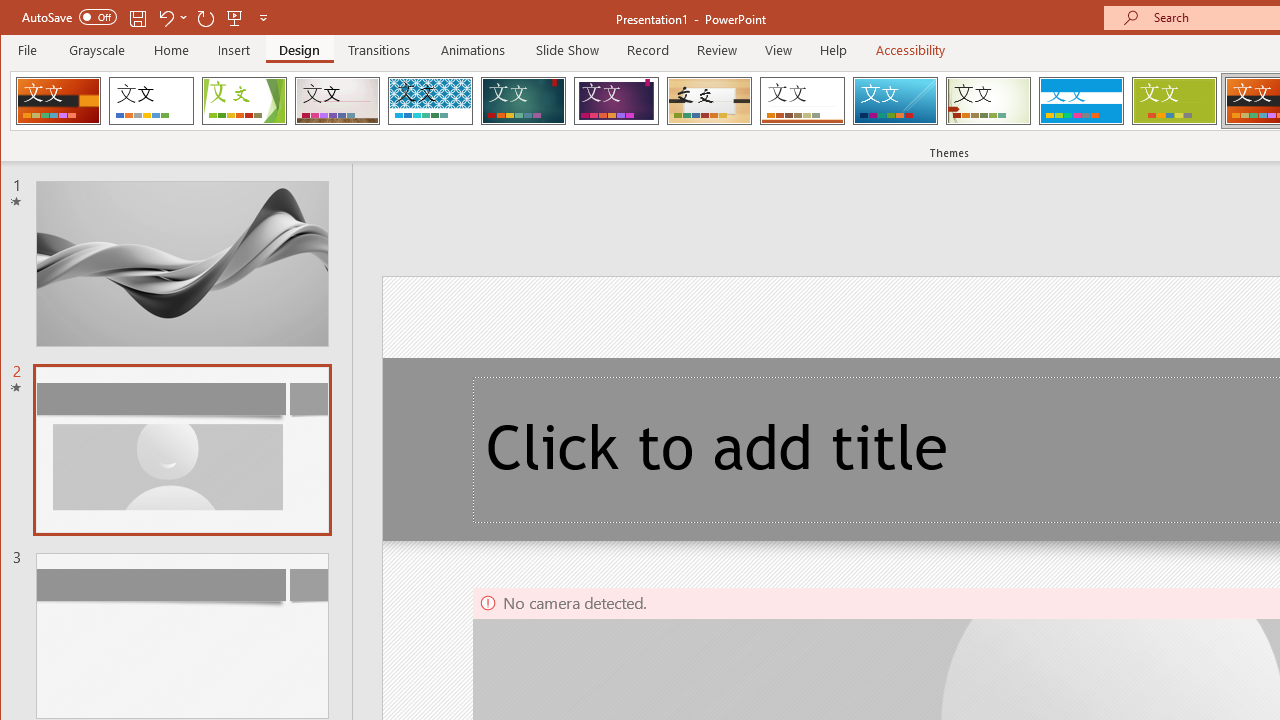 Image resolution: width=1280 pixels, height=720 pixels. What do you see at coordinates (709, 100) in the screenshot?
I see `'Organic'` at bounding box center [709, 100].